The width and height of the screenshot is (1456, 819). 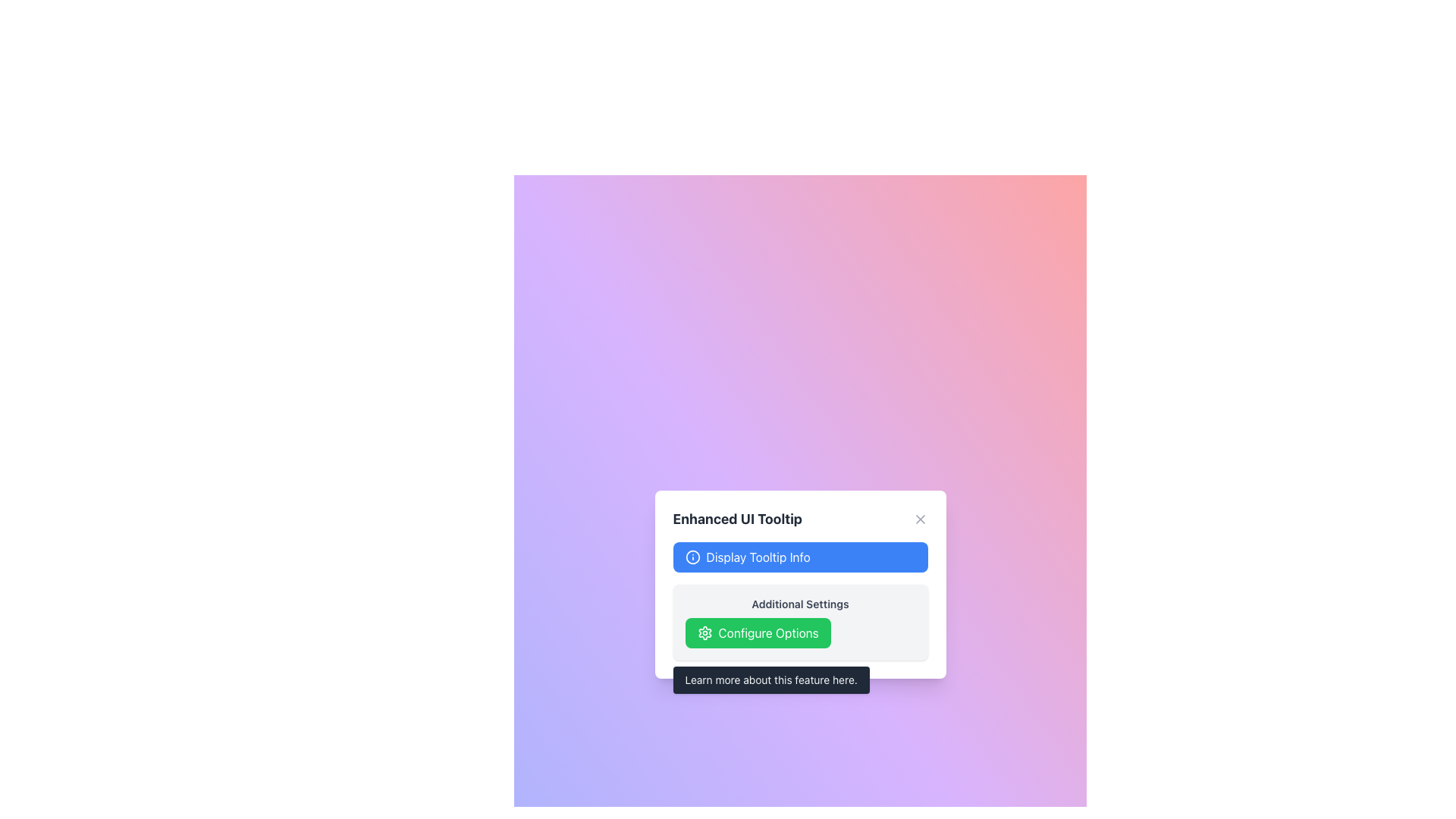 What do you see at coordinates (799, 623) in the screenshot?
I see `label for information on the settings option panel located below the 'Display Tooltip Info' label, which contains a green button for configuring options` at bounding box center [799, 623].